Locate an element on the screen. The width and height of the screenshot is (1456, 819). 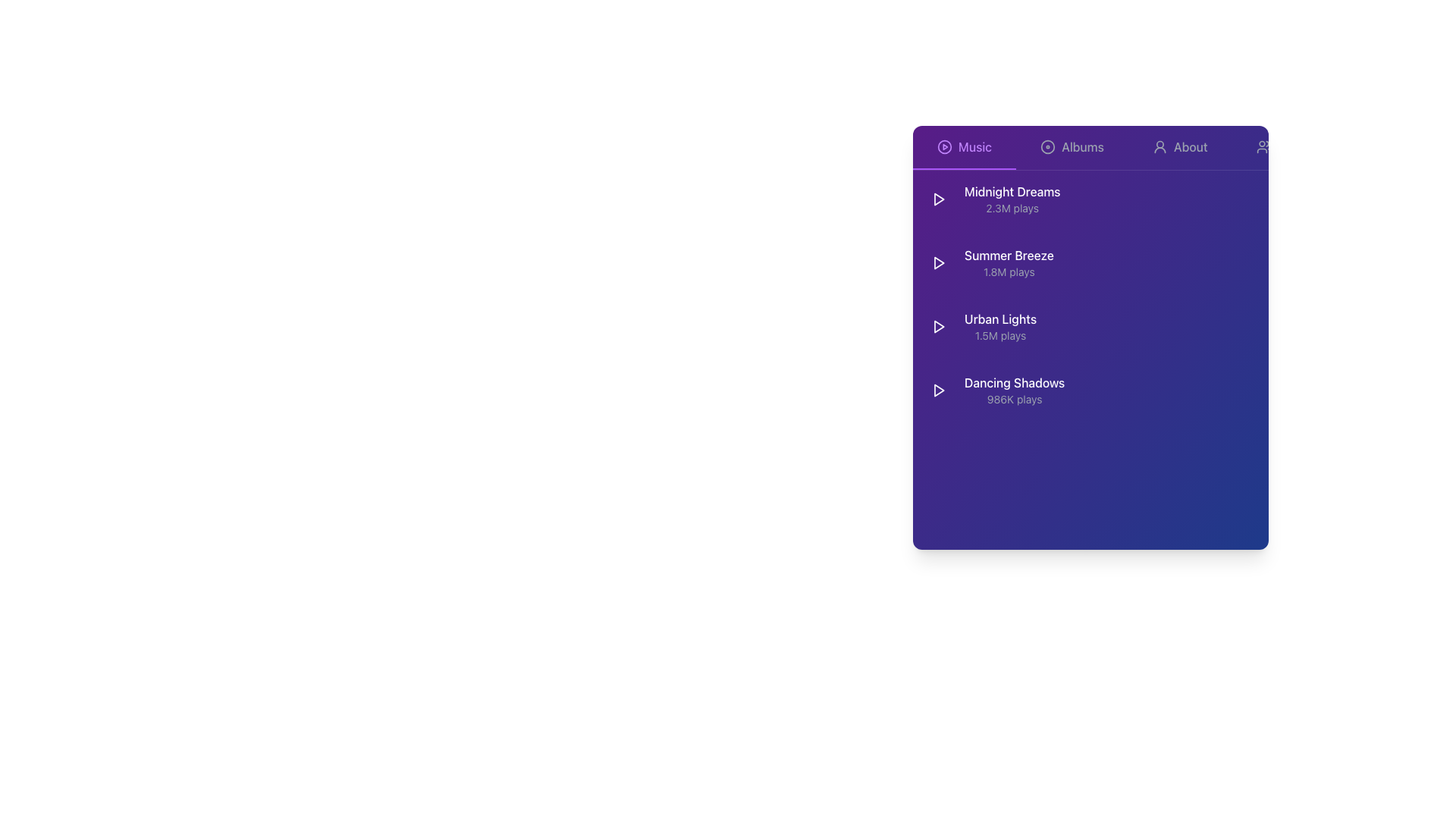
the small white outlined icon resembling a pair of people on a purple background, located at the top-right corner of the user interface is located at coordinates (1263, 146).